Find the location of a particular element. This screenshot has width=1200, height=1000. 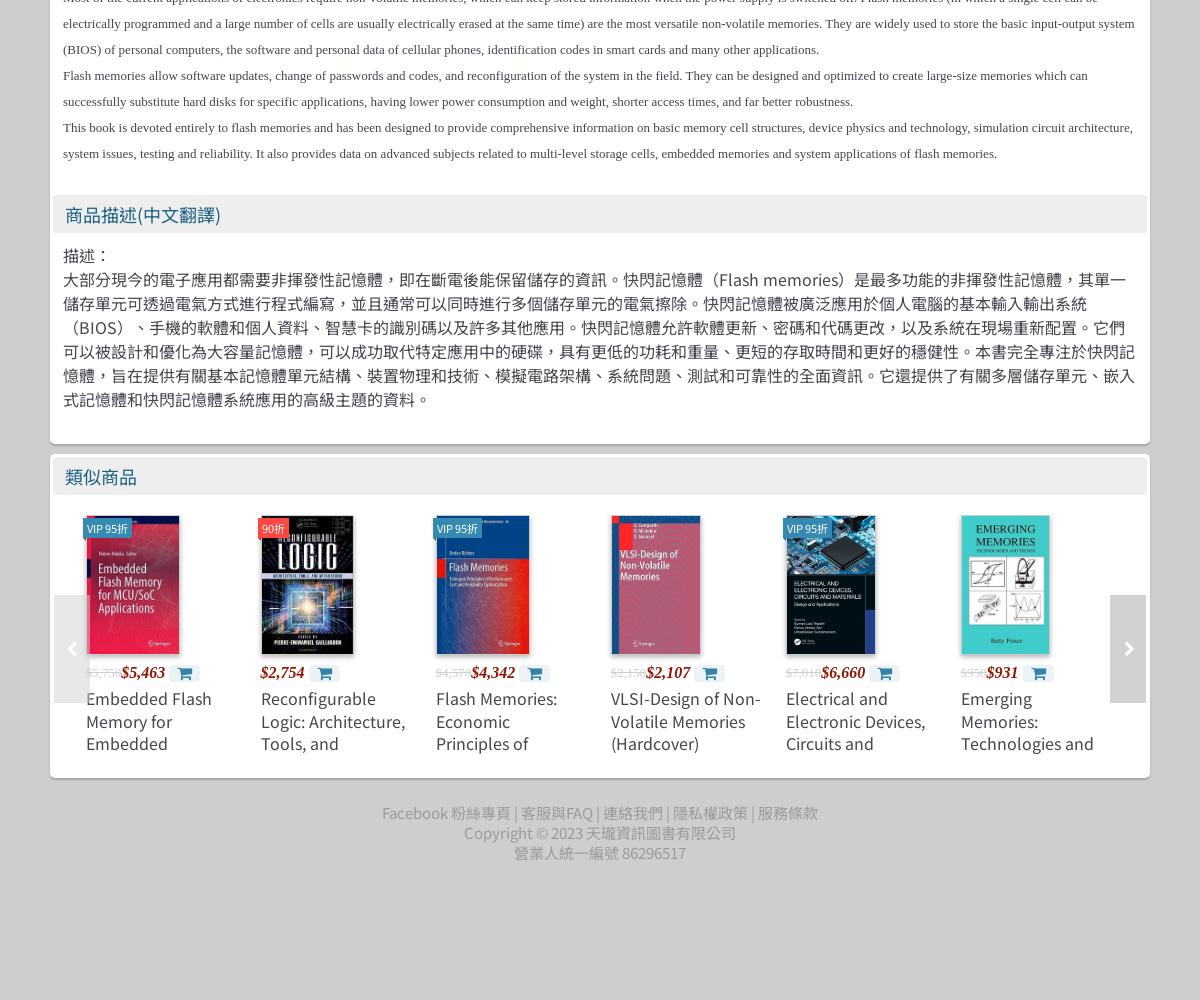

'This book is devoted entirely to flash memories and has been designed to 
  provide comprehensive information on basic memory cell structures, device 
  physics and technology, simulation circuit architecture, system issues, 
  testing and reliability. It also provides data on advanced subjects related to 
  multi-level storage cells, embedded memories and system applications of flash 
  memories.' is located at coordinates (596, 140).